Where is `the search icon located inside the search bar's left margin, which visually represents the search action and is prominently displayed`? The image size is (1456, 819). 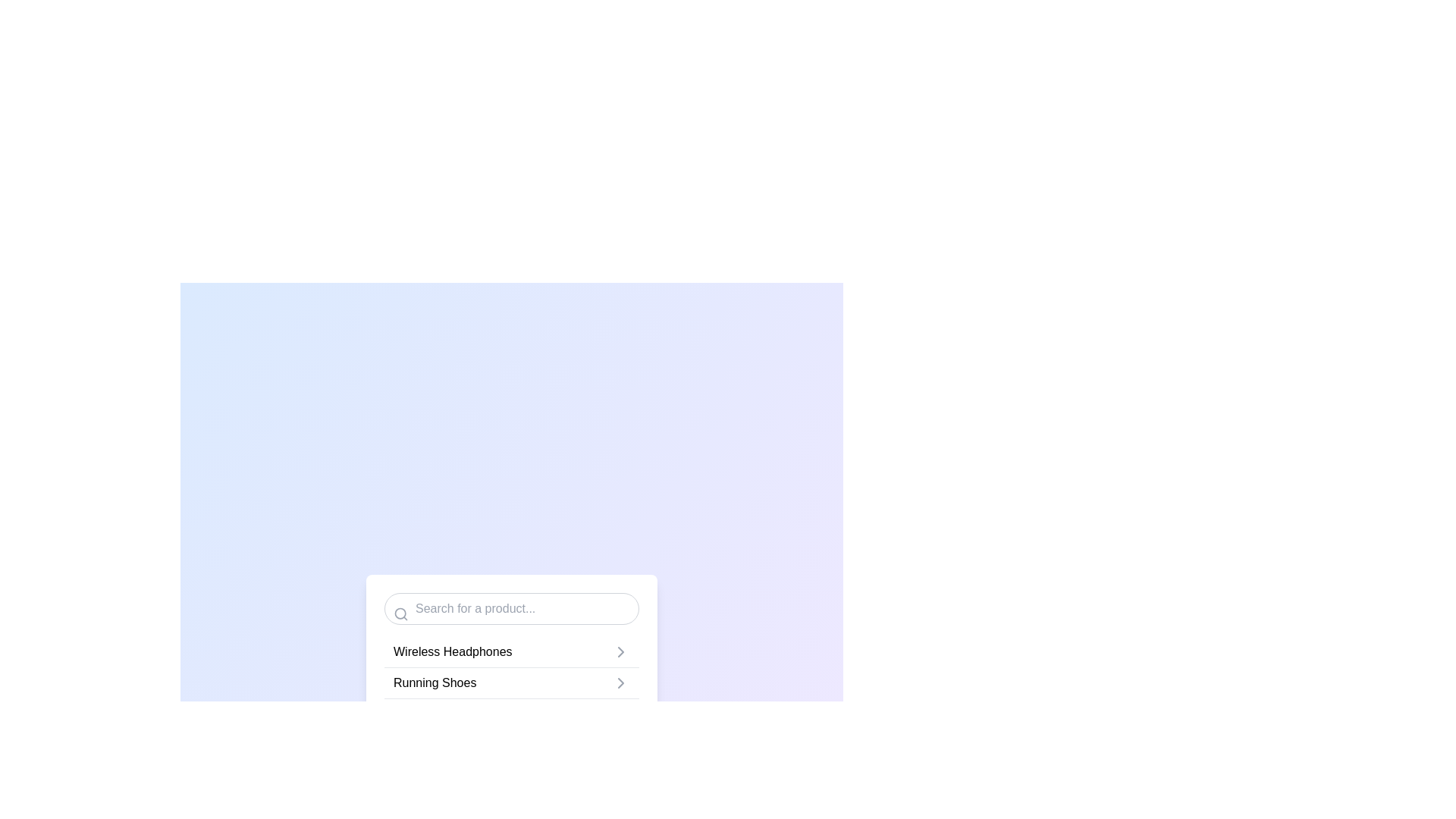
the search icon located inside the search bar's left margin, which visually represents the search action and is prominently displayed is located at coordinates (400, 614).